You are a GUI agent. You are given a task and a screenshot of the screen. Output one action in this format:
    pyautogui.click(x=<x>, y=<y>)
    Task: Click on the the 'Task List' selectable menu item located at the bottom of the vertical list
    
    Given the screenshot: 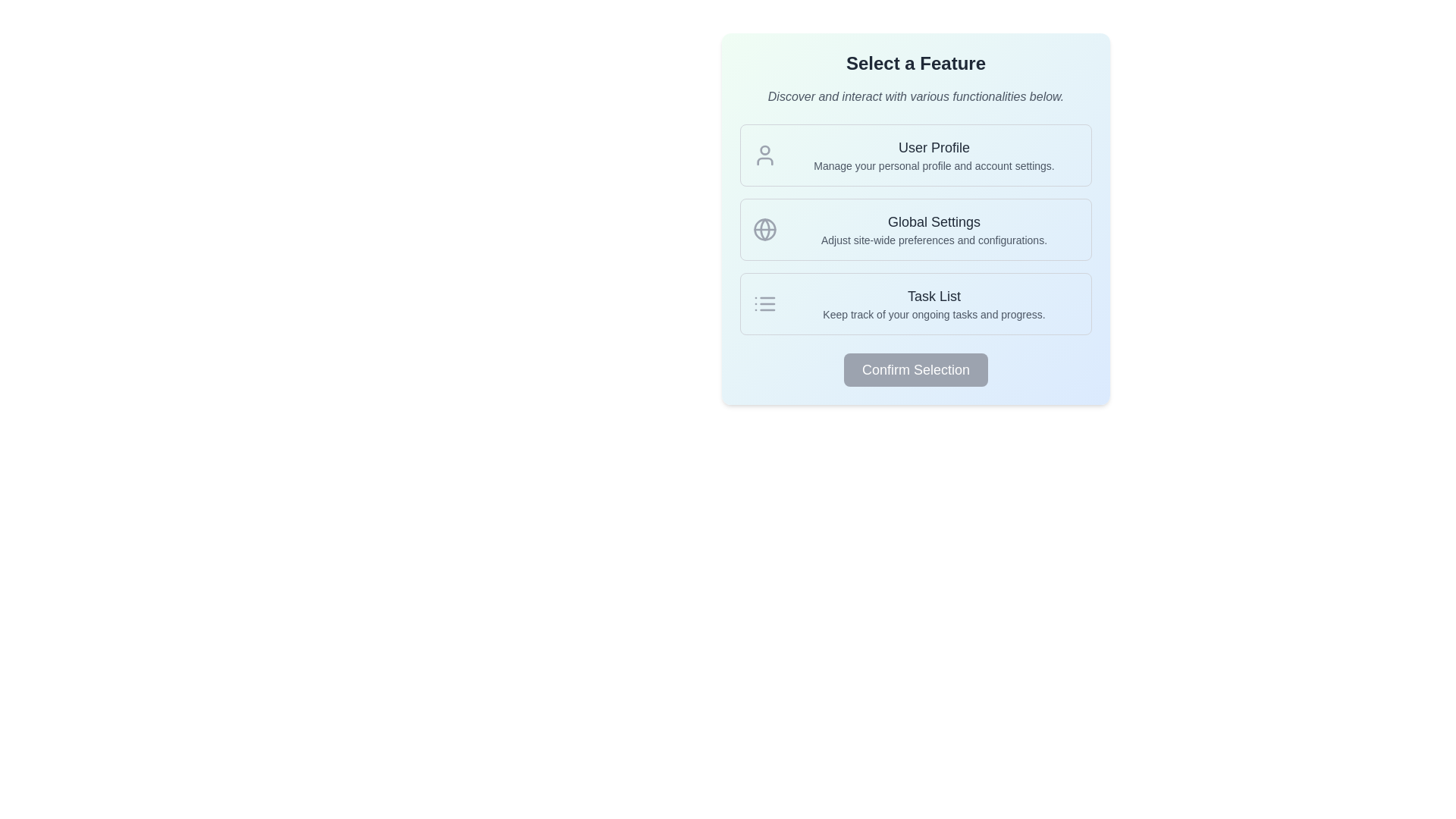 What is the action you would take?
    pyautogui.click(x=915, y=304)
    